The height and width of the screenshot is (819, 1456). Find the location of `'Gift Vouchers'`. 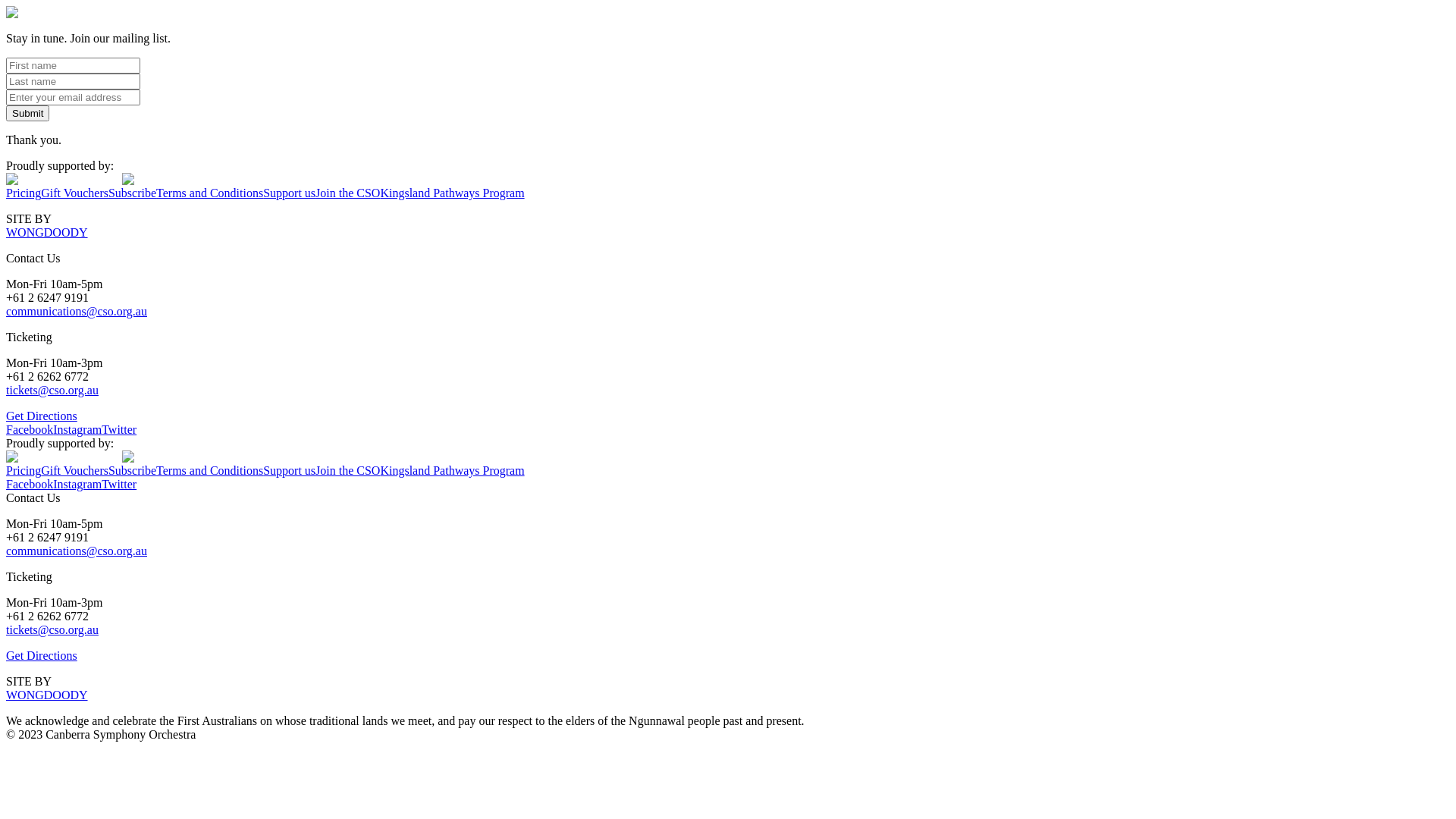

'Gift Vouchers' is located at coordinates (40, 192).